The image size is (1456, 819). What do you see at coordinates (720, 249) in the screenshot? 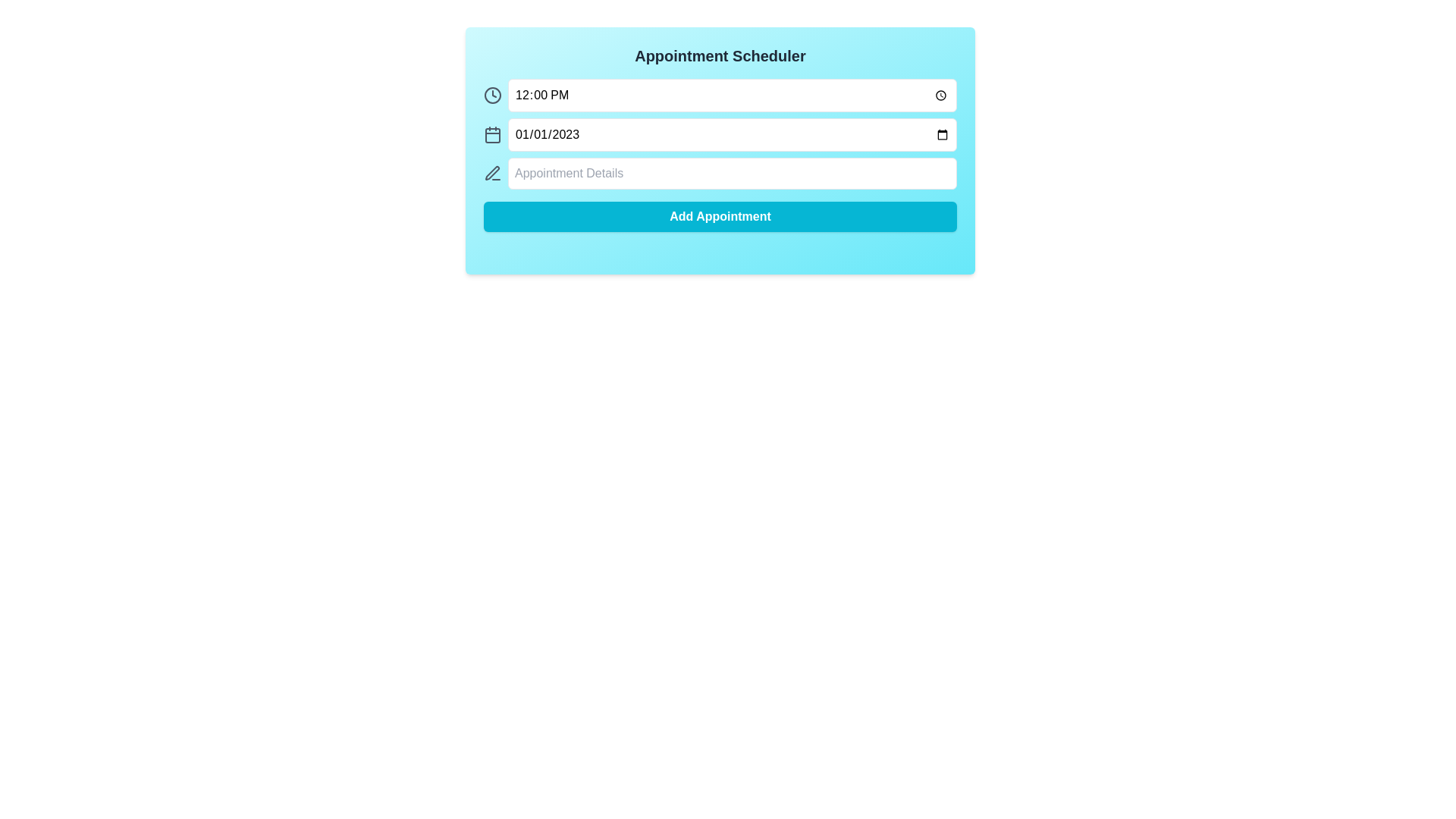
I see `the visual separator divider located below the 'Add Appointment' button in the scheduler interface` at bounding box center [720, 249].